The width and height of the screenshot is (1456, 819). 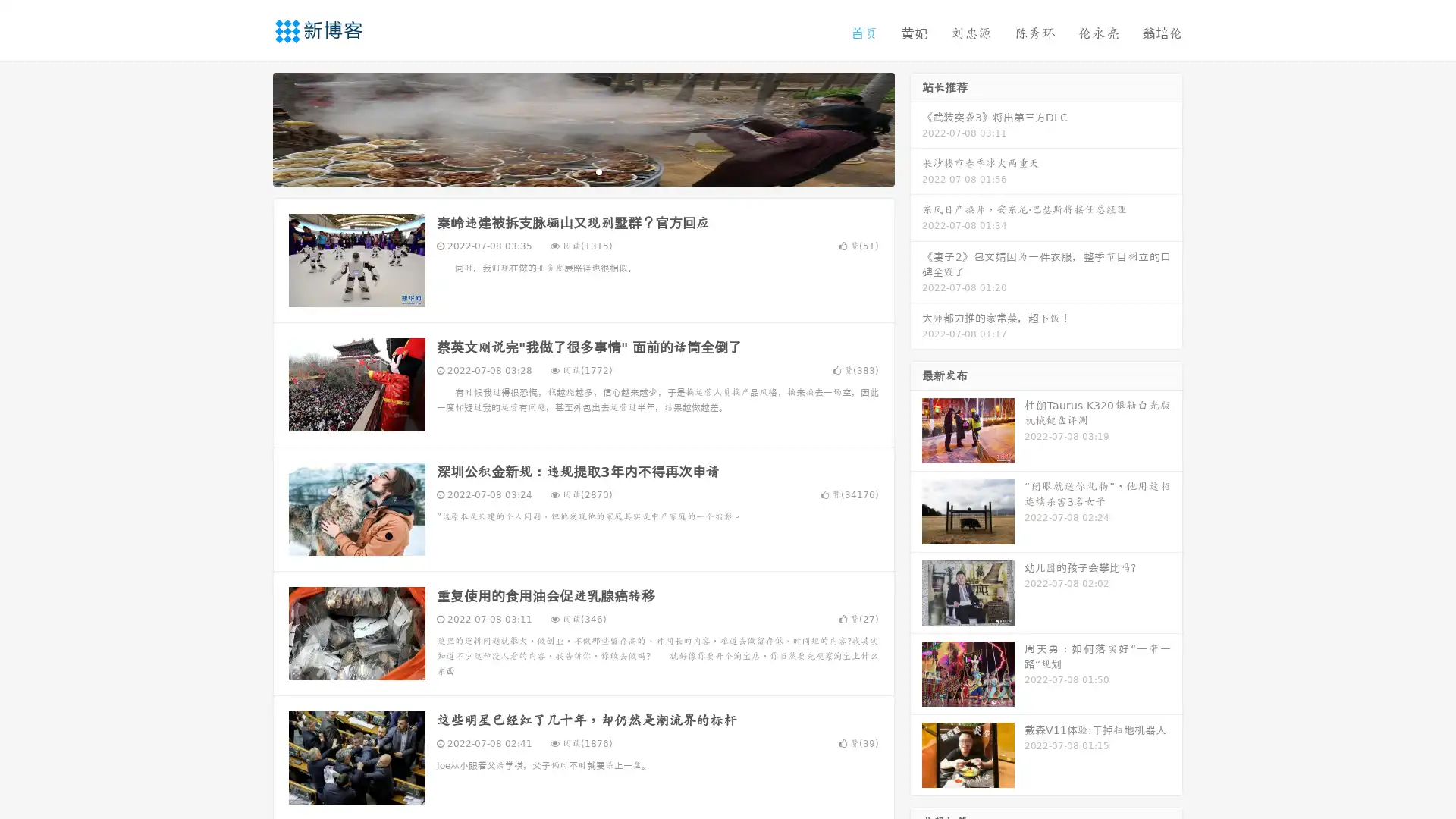 I want to click on Next slide, so click(x=916, y=127).